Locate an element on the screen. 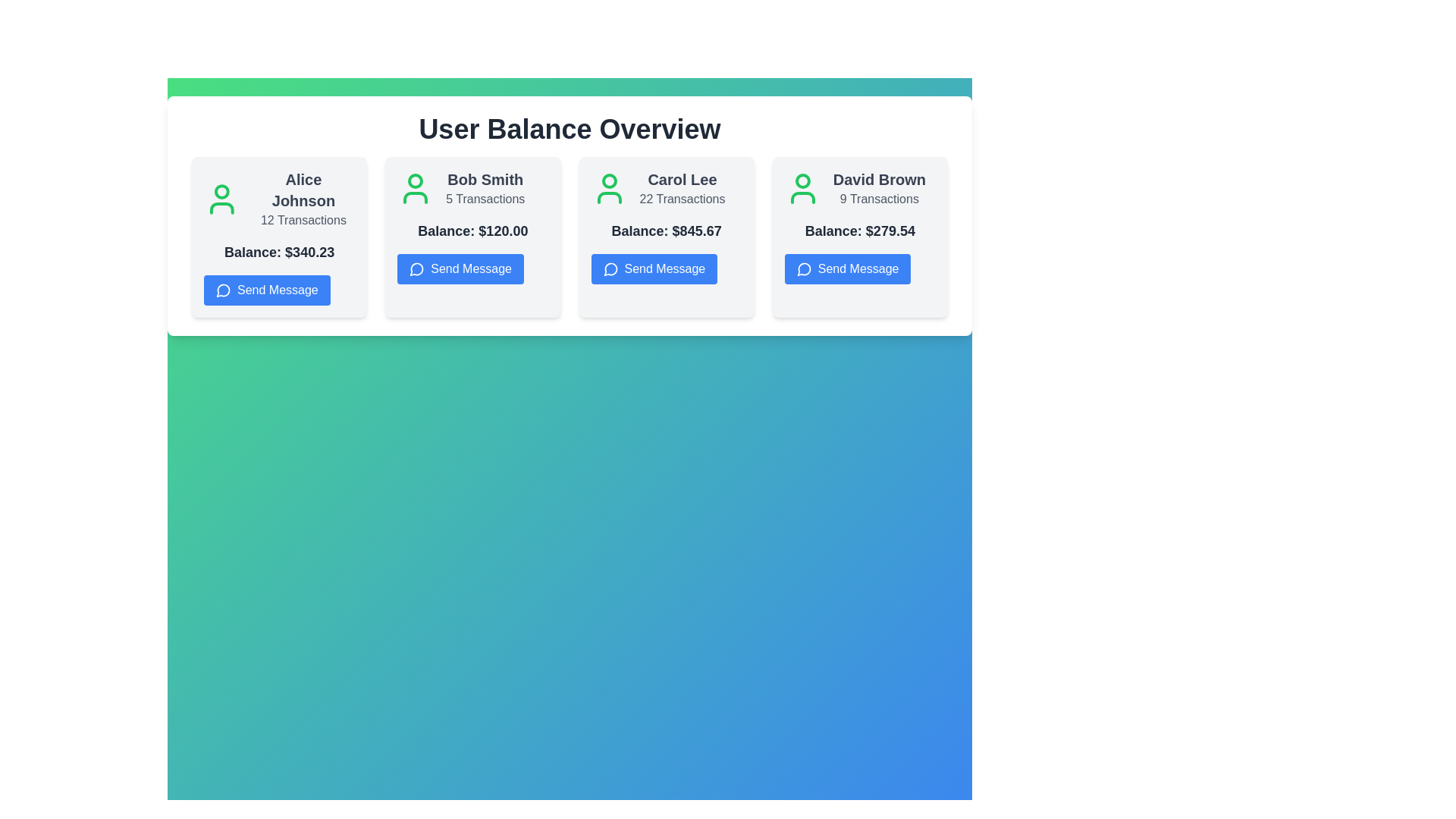  the text label displaying the name 'Carol Lee', which is located in the second user card above the transaction count text and below the green profile icon is located at coordinates (681, 178).